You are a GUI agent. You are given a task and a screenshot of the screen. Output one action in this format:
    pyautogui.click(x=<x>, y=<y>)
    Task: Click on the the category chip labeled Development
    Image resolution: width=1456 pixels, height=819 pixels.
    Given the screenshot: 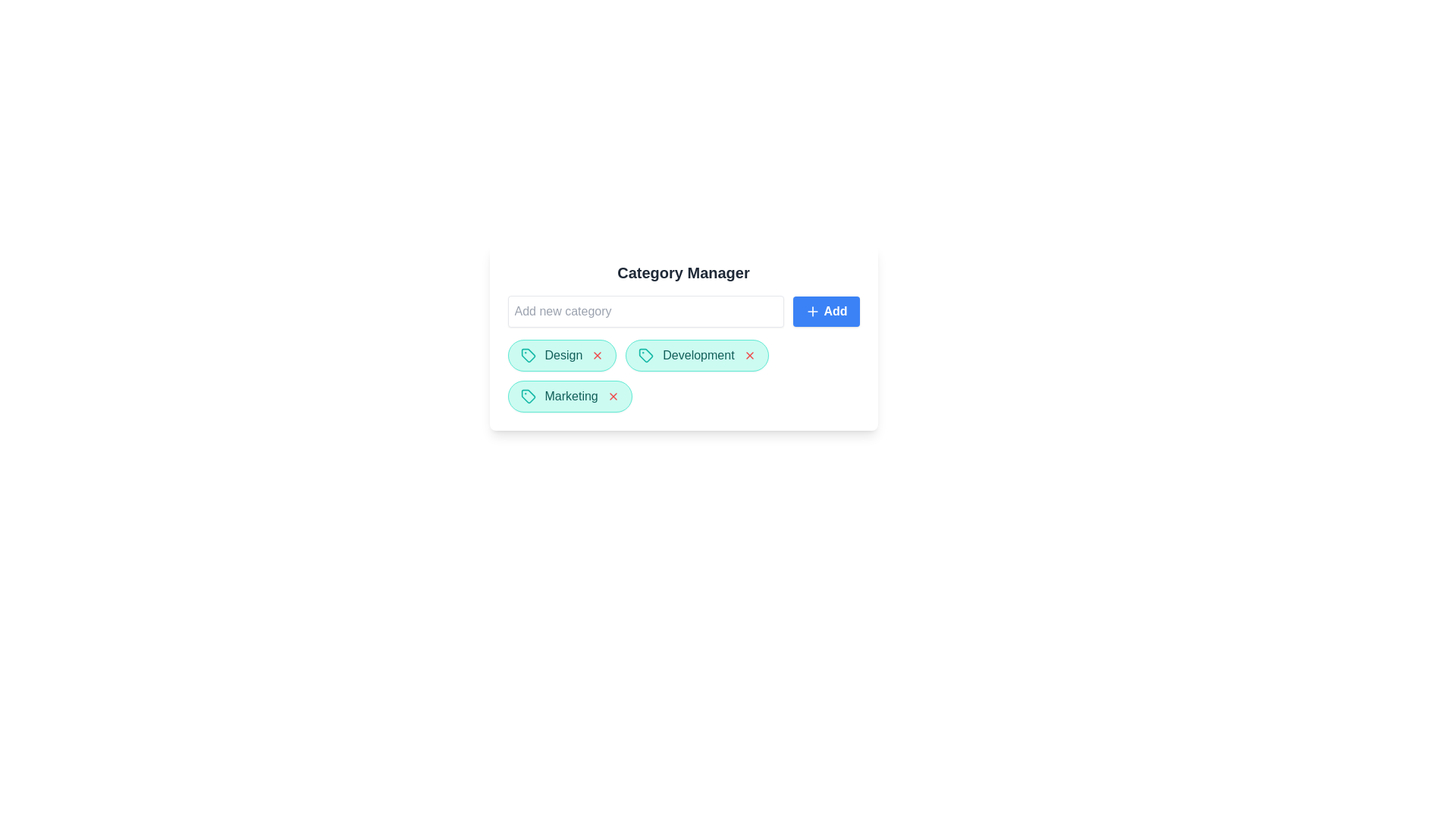 What is the action you would take?
    pyautogui.click(x=696, y=356)
    